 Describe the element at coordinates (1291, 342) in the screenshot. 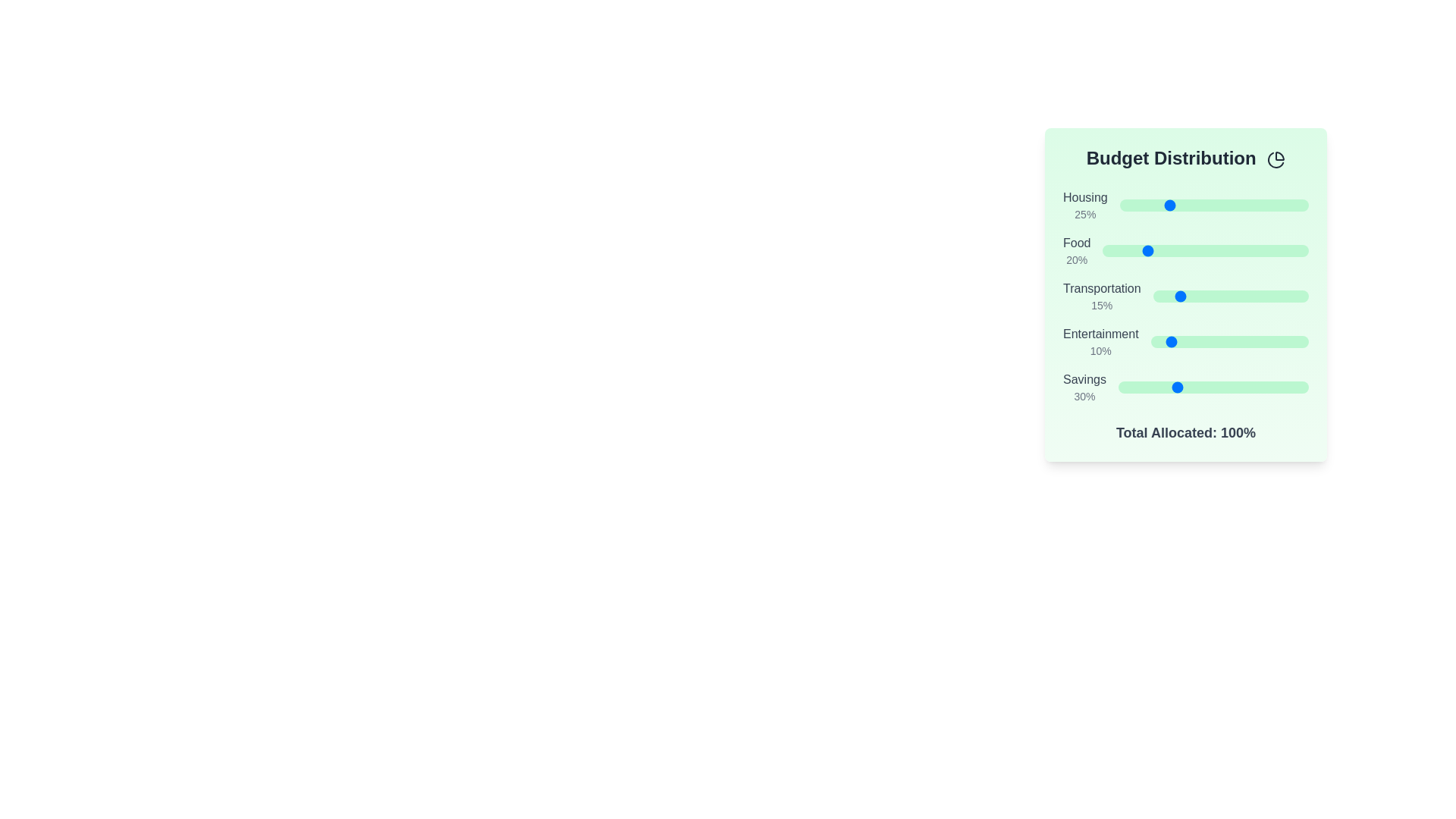

I see `the slider for 'Entertainment' to set its percentage to 89` at that location.